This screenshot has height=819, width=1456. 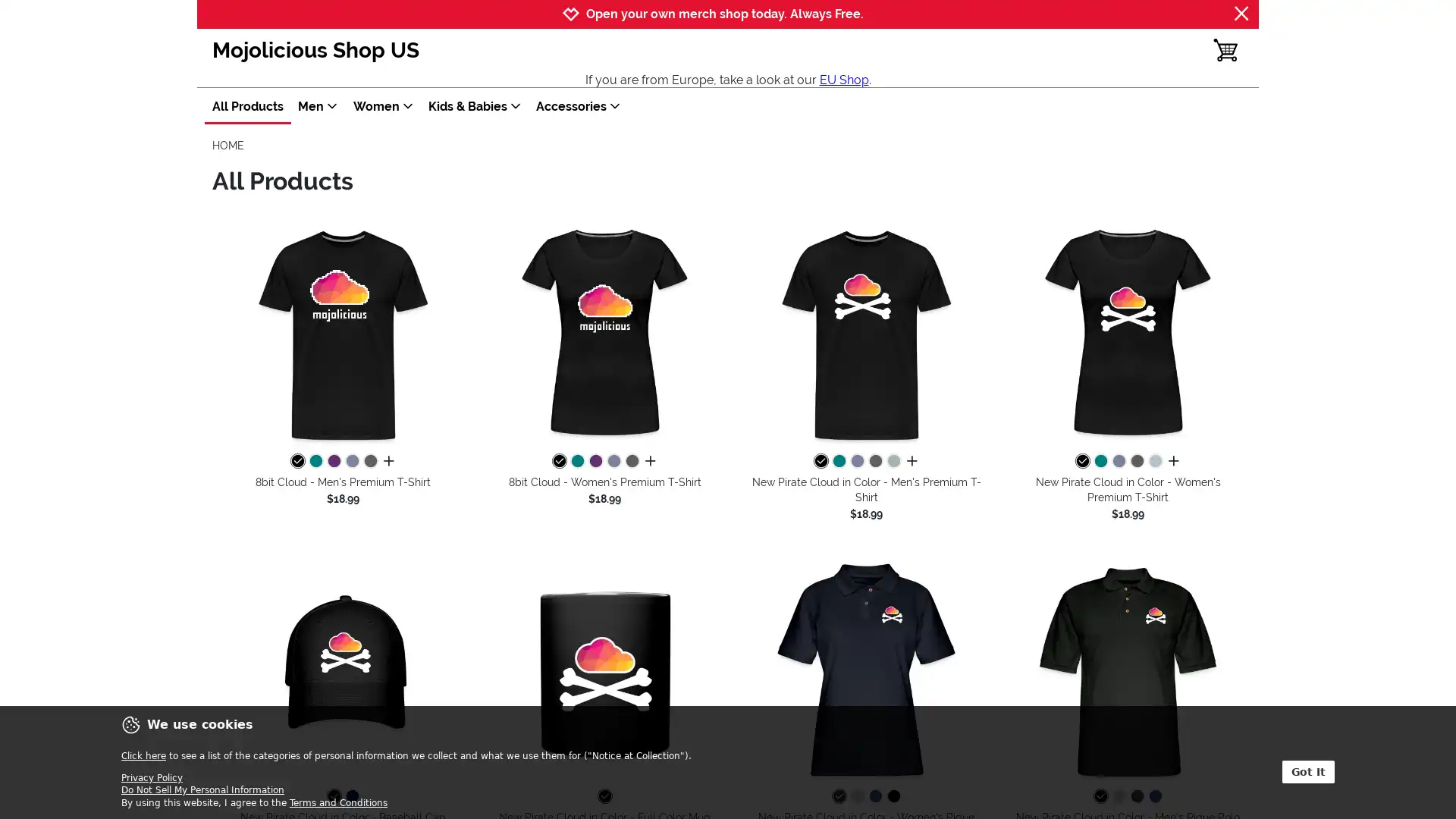 What do you see at coordinates (819, 461) in the screenshot?
I see `black` at bounding box center [819, 461].